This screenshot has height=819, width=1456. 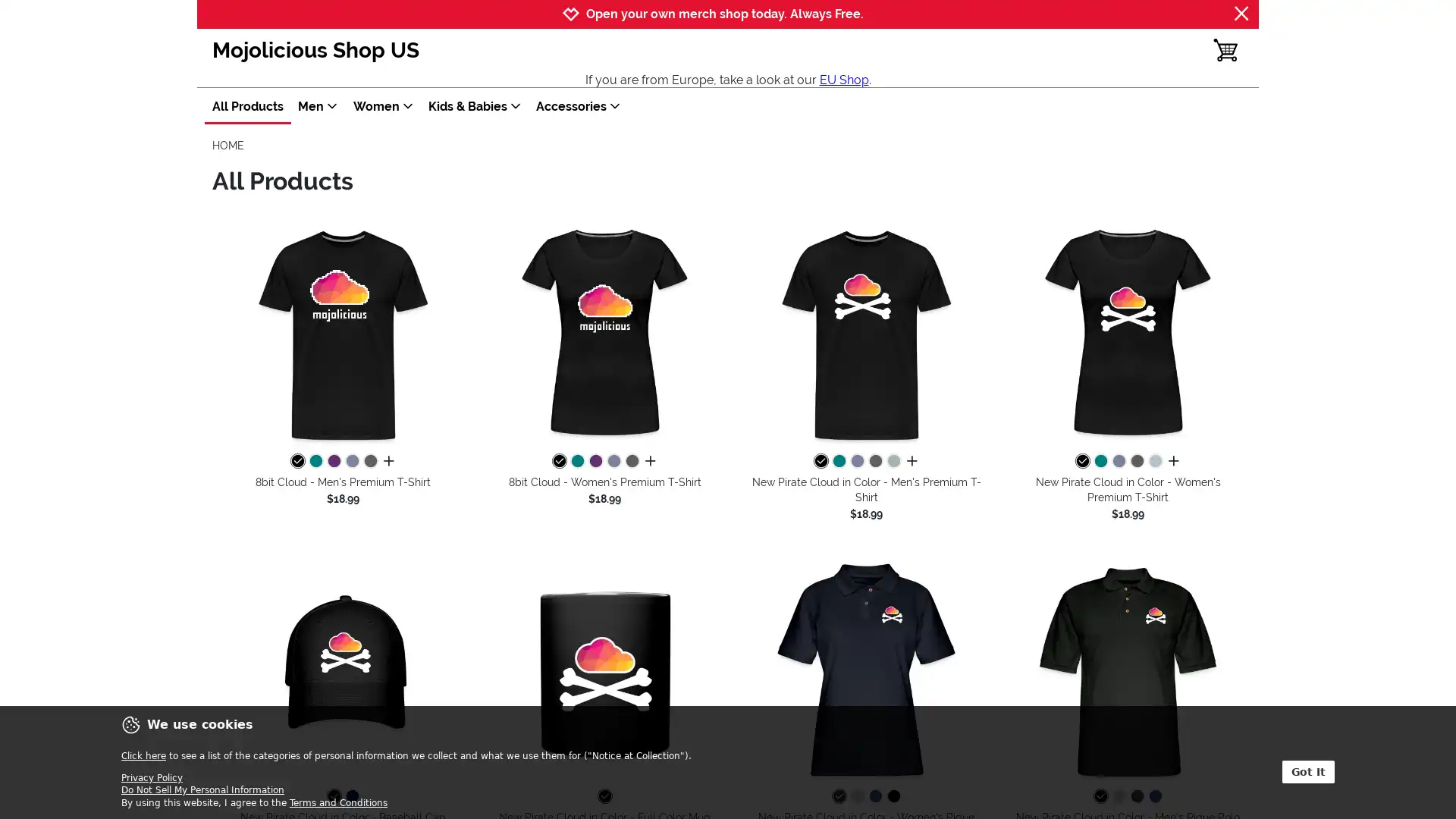 What do you see at coordinates (819, 461) in the screenshot?
I see `black` at bounding box center [819, 461].